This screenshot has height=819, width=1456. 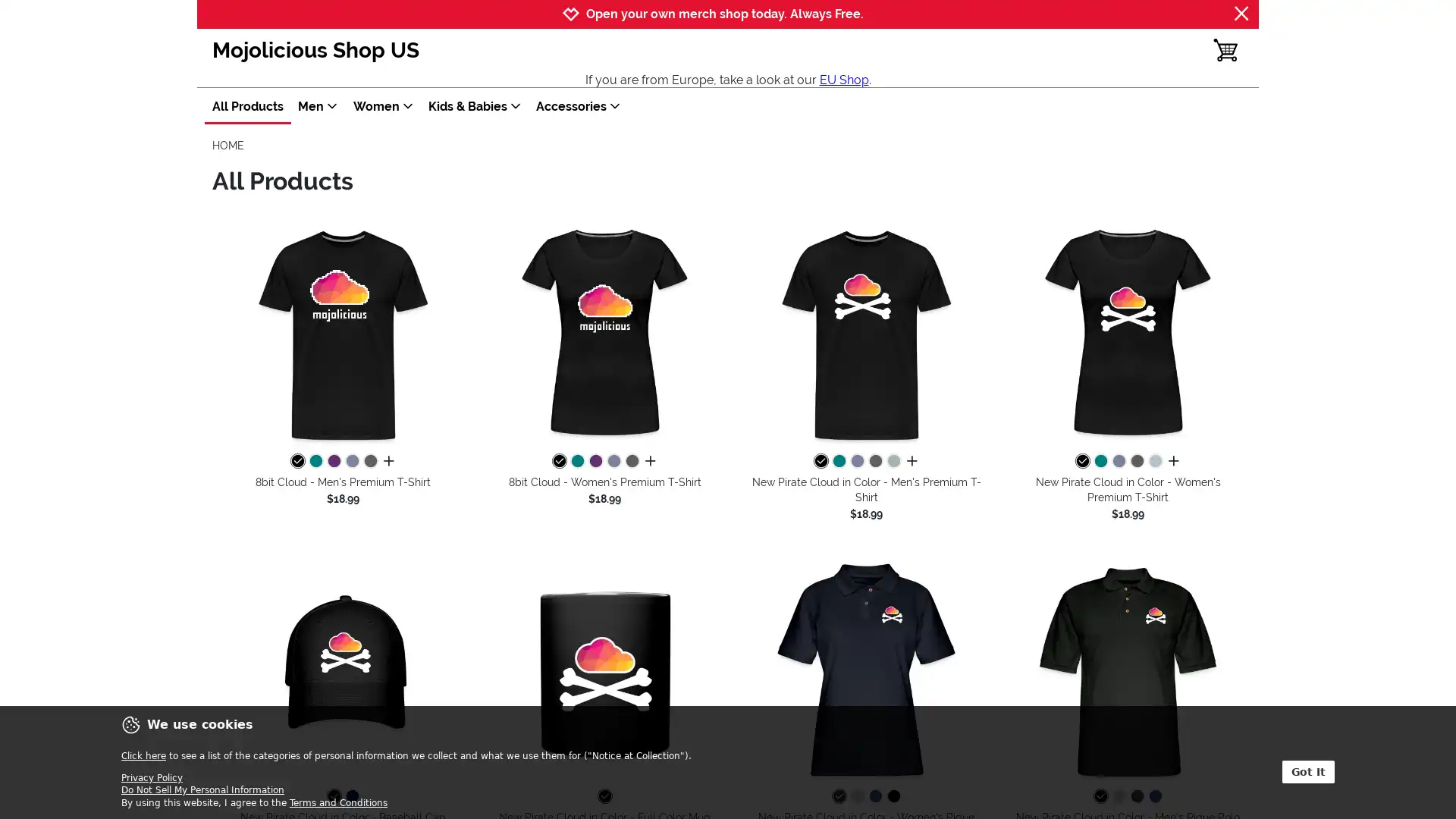 What do you see at coordinates (819, 461) in the screenshot?
I see `black` at bounding box center [819, 461].